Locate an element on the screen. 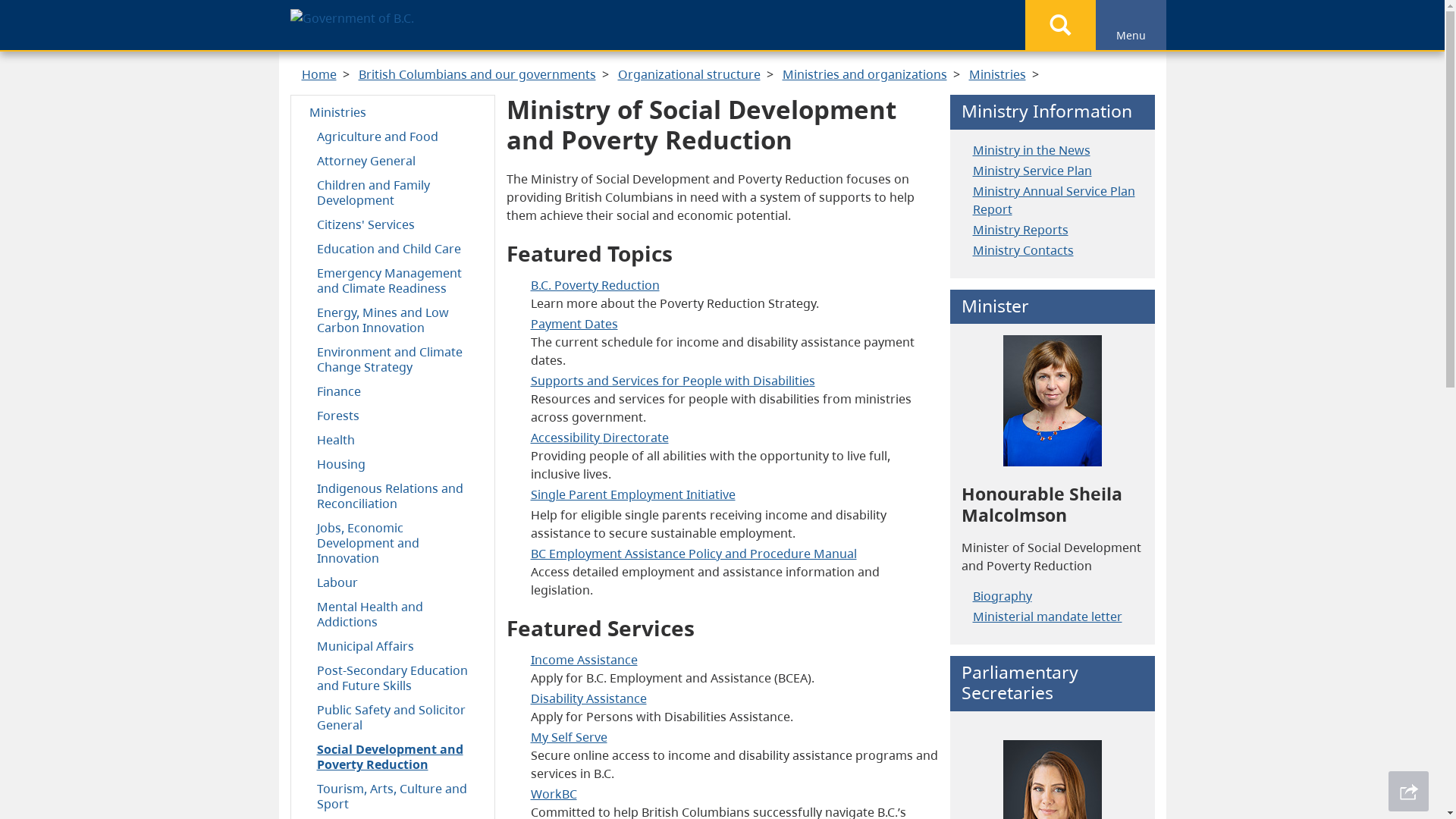 Image resolution: width=1456 pixels, height=819 pixels. 'Municipal Affairs' is located at coordinates (393, 645).